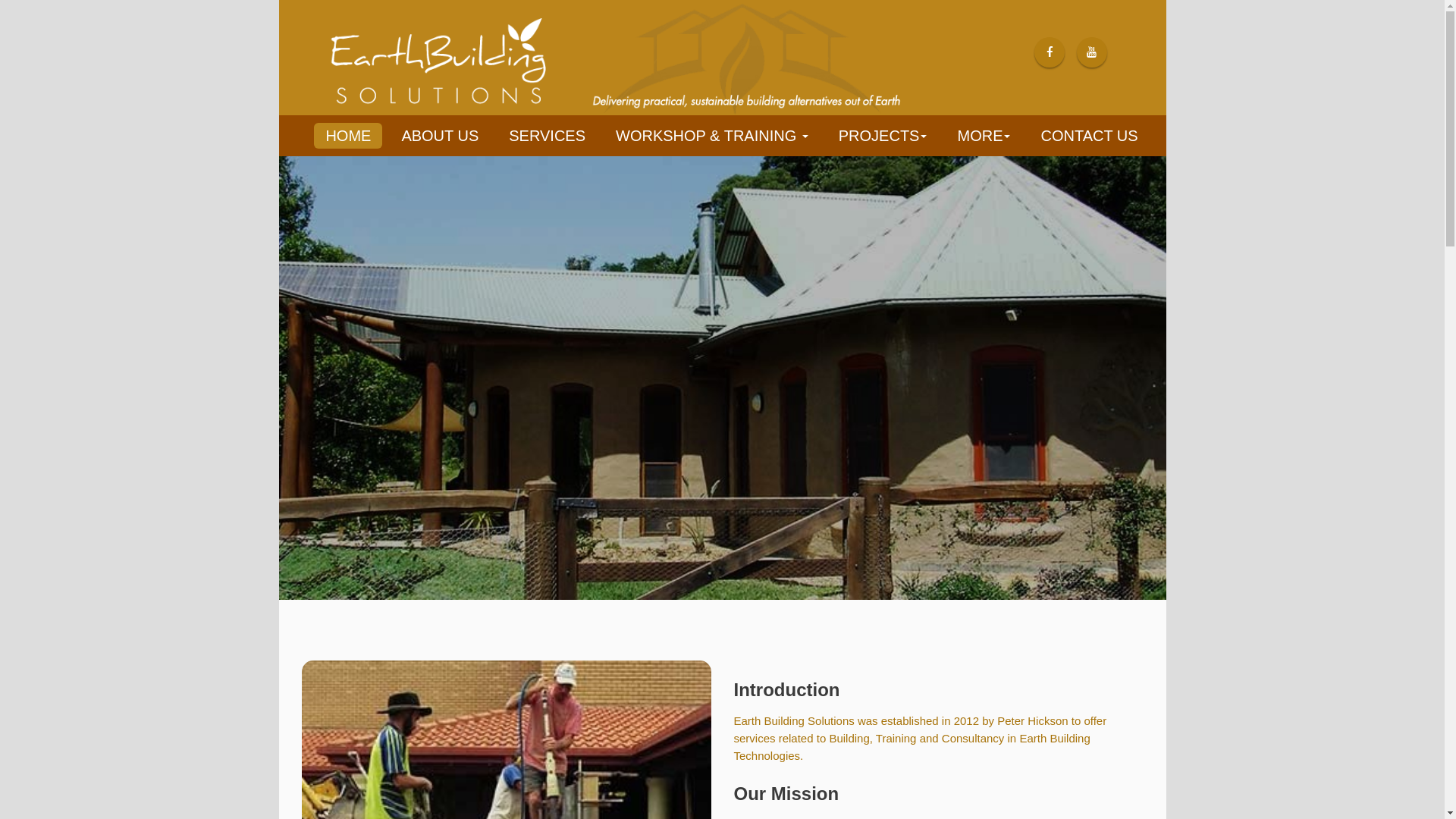 The width and height of the screenshot is (1456, 819). I want to click on 'Youtube', so click(1086, 51).